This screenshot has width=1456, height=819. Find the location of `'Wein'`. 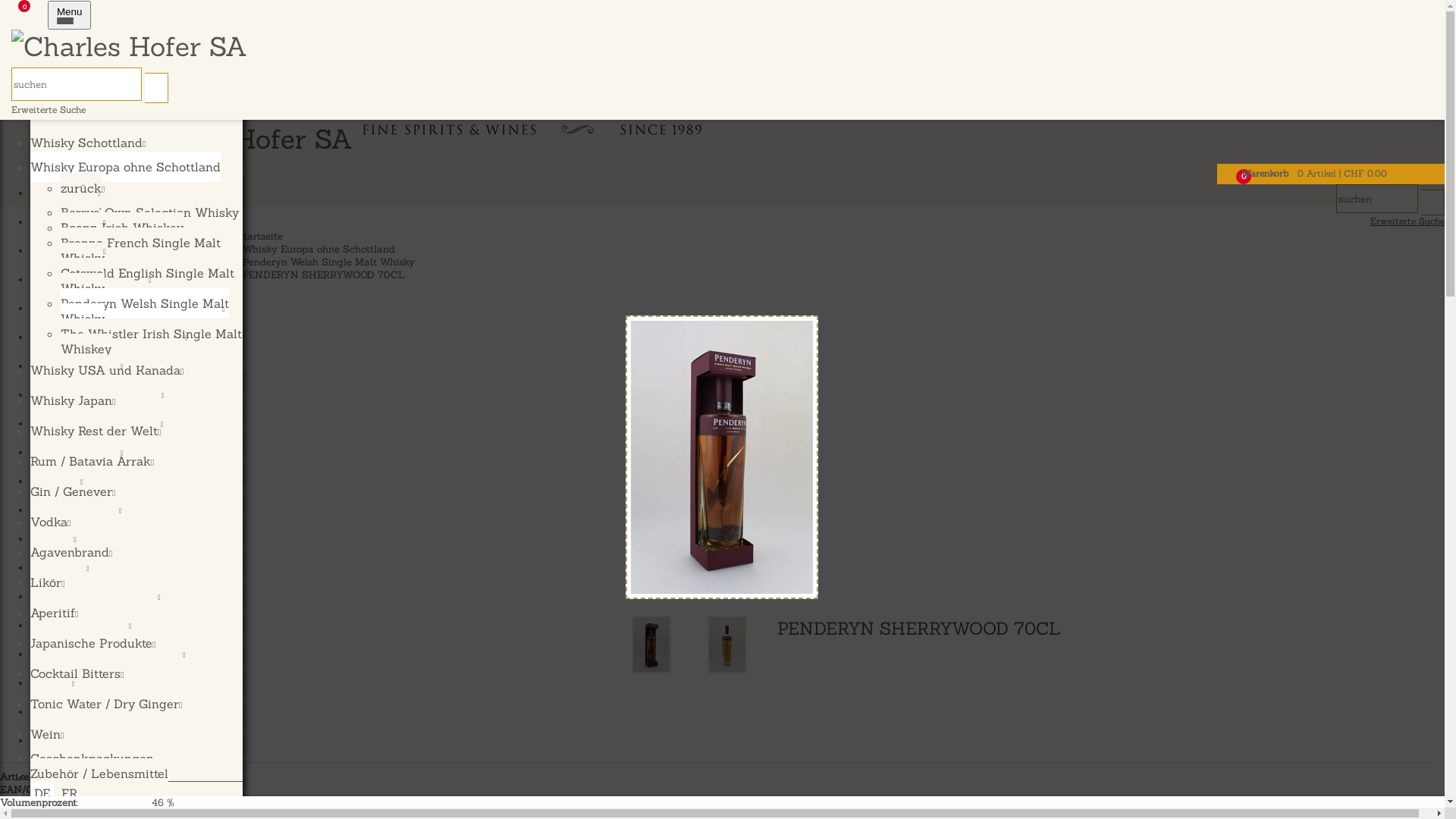

'Wein' is located at coordinates (47, 733).